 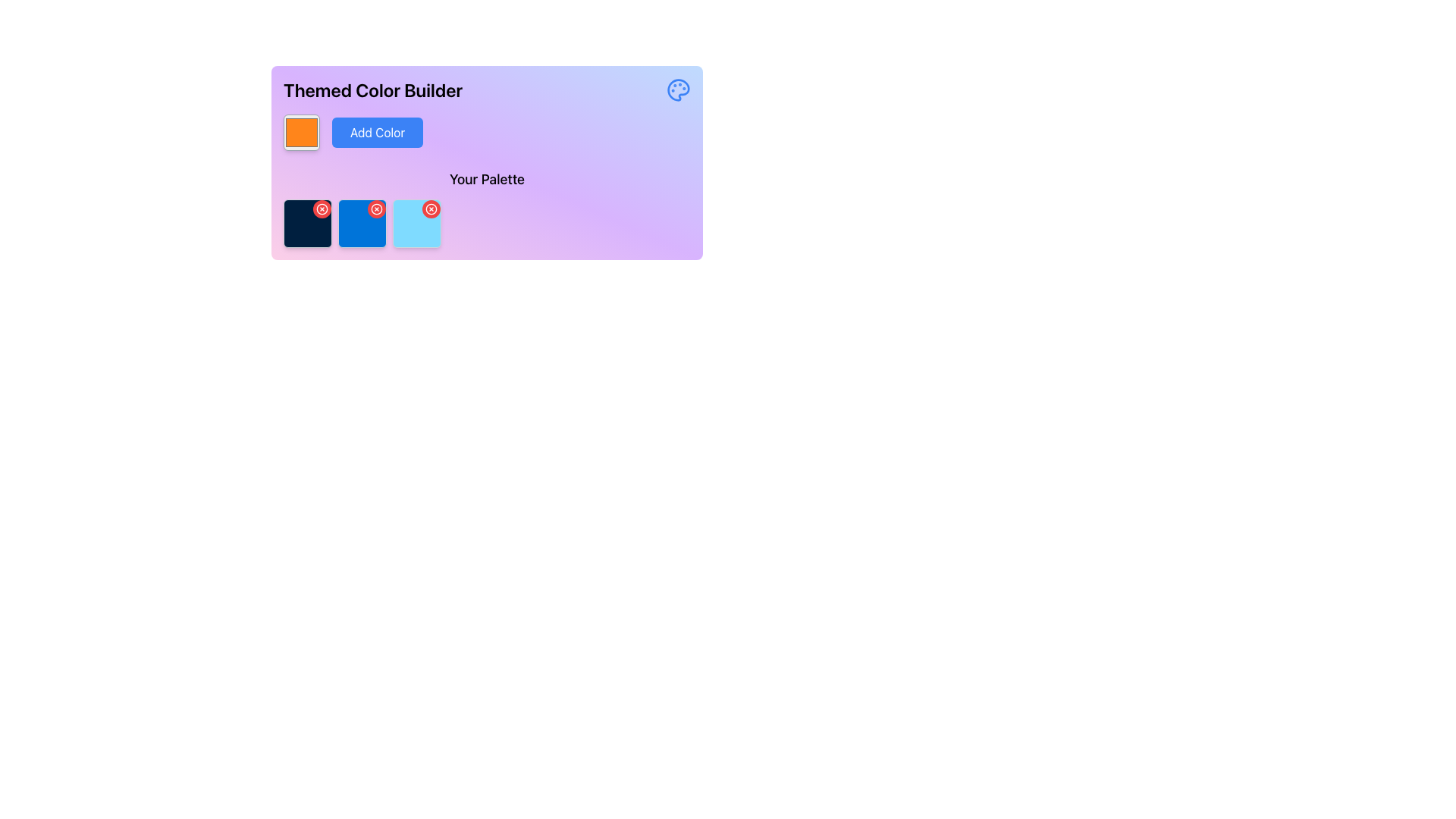 I want to click on the close button located at the top-right corner of the blue square card, which is the second card from the left in a row of three cards, so click(x=377, y=209).